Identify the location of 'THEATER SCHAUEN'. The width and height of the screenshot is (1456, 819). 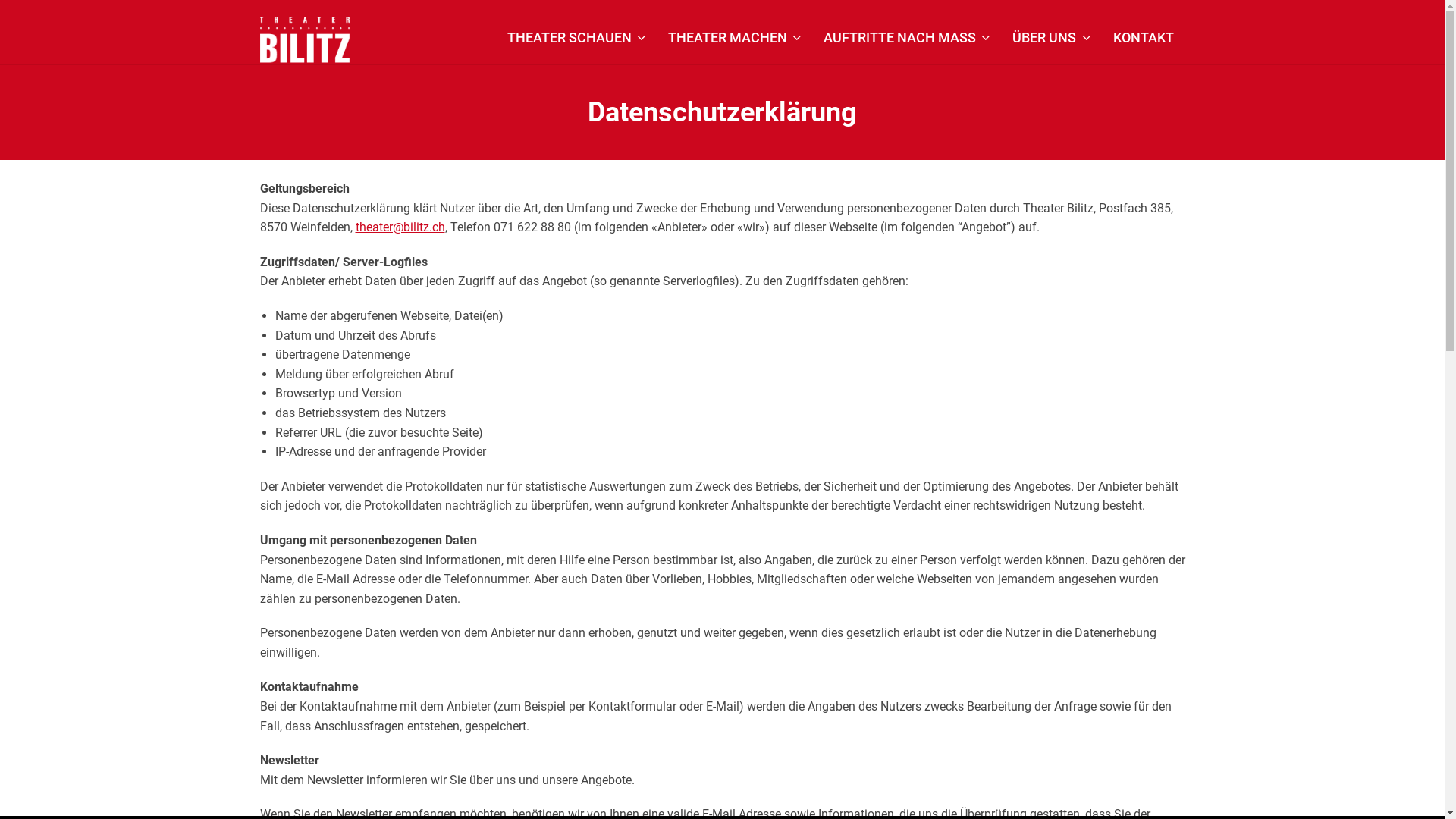
(576, 37).